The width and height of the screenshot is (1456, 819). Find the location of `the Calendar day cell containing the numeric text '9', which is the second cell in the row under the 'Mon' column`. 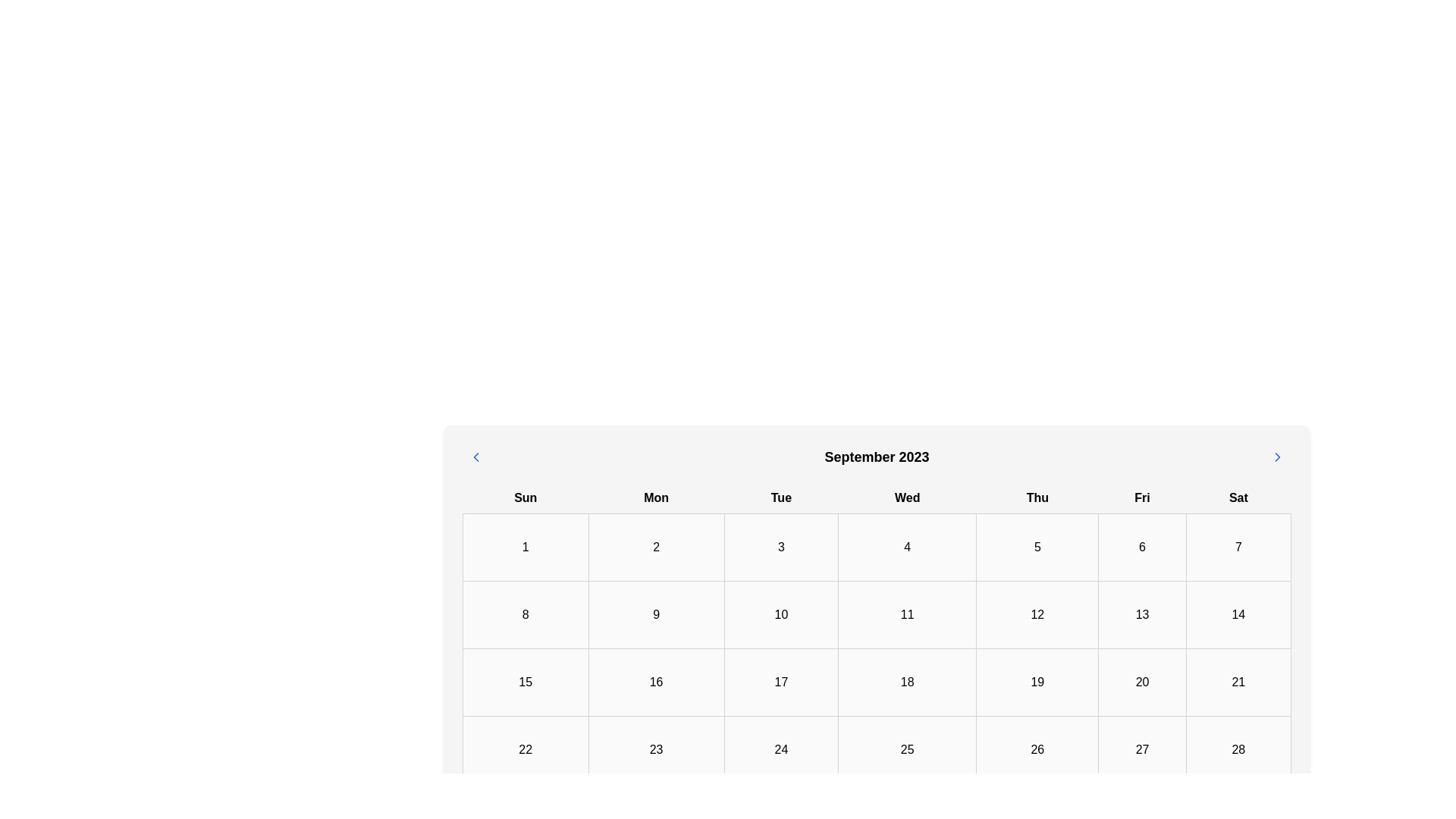

the Calendar day cell containing the numeric text '9', which is the second cell in the row under the 'Mon' column is located at coordinates (656, 614).